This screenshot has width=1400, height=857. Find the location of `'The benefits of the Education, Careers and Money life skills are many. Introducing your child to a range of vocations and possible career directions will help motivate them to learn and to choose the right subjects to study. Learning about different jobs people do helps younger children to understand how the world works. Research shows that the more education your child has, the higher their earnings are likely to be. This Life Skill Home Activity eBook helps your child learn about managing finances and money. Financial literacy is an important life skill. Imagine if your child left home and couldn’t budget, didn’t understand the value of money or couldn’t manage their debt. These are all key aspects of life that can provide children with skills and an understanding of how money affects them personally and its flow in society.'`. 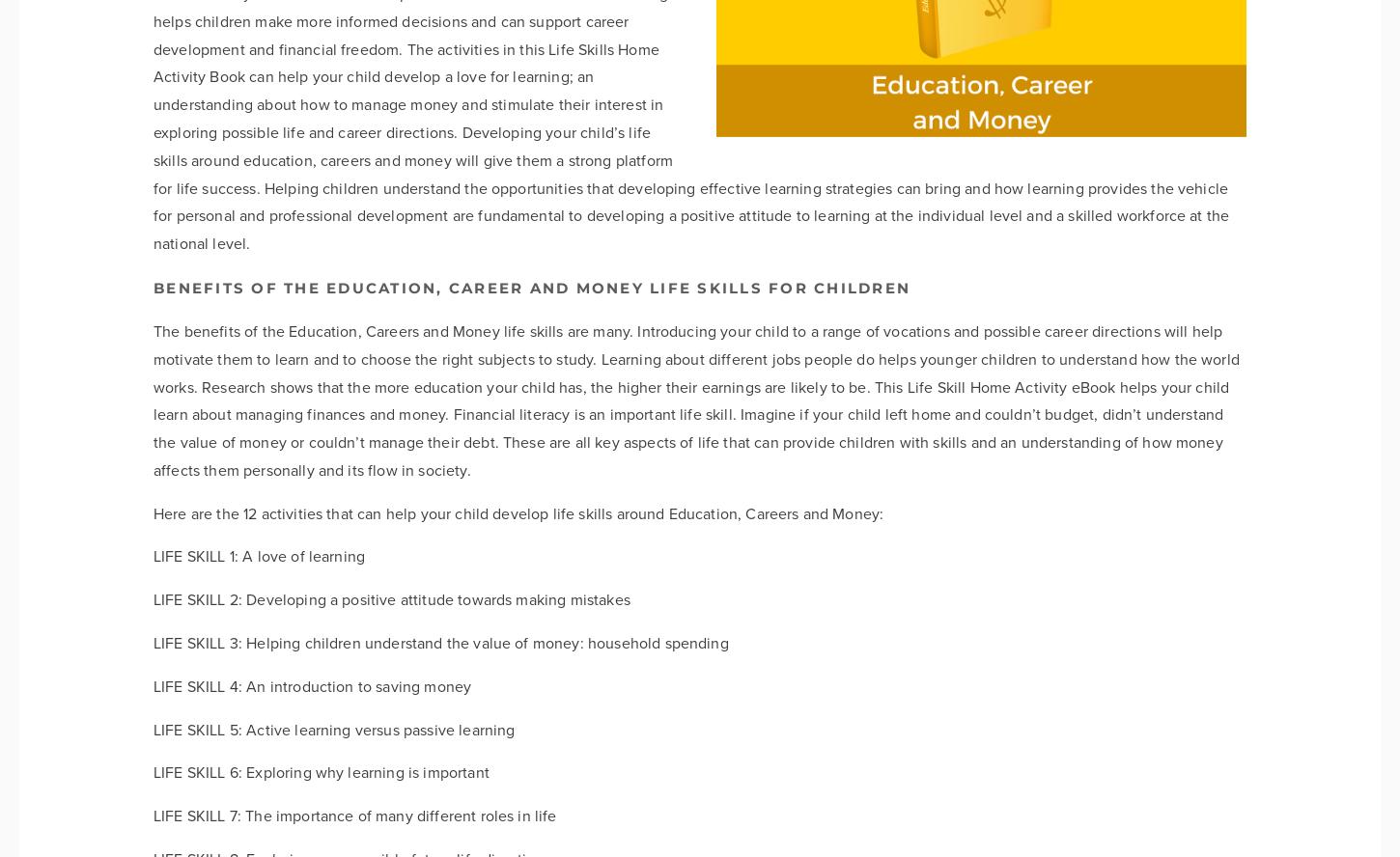

'The benefits of the Education, Careers and Money life skills are many. Introducing your child to a range of vocations and possible career directions will help motivate them to learn and to choose the right subjects to study. Learning about different jobs people do helps younger children to understand how the world works. Research shows that the more education your child has, the higher their earnings are likely to be. This Life Skill Home Activity eBook helps your child learn about managing finances and money. Financial literacy is an important life skill. Imagine if your child left home and couldn’t budget, didn’t understand the value of money or couldn’t manage their debt. These are all key aspects of life that can provide children with skills and an understanding of how money affects them personally and its flow in society.' is located at coordinates (153, 399).